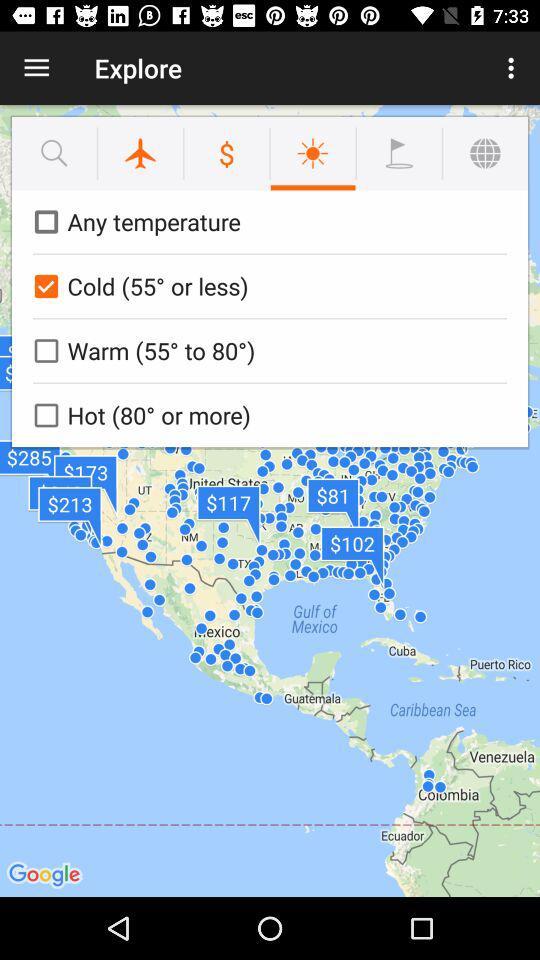  I want to click on icon next to explore icon, so click(36, 68).